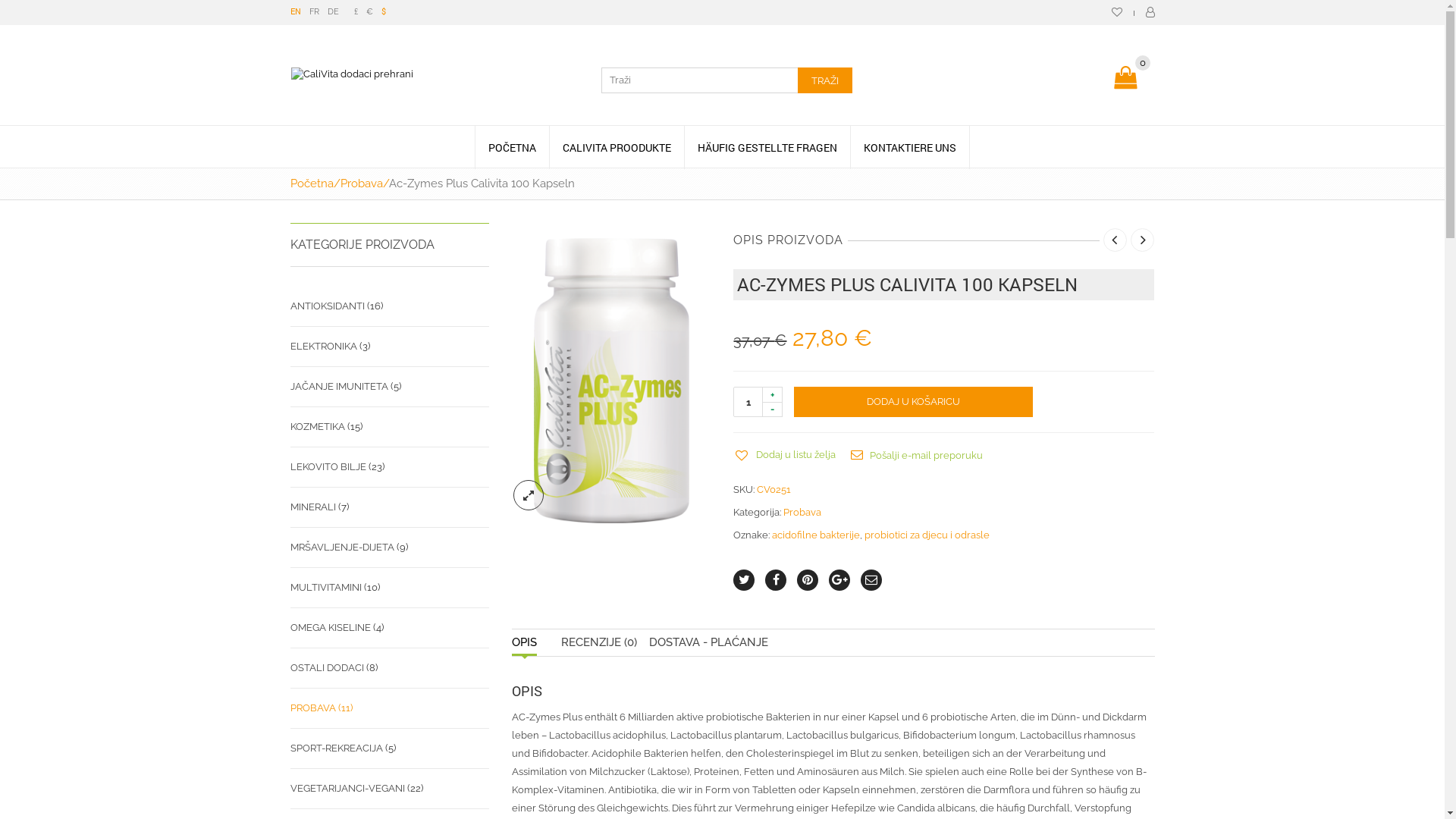 The height and width of the screenshot is (819, 1456). Describe the element at coordinates (327, 466) in the screenshot. I see `'LEKOVITO BILJE'` at that location.